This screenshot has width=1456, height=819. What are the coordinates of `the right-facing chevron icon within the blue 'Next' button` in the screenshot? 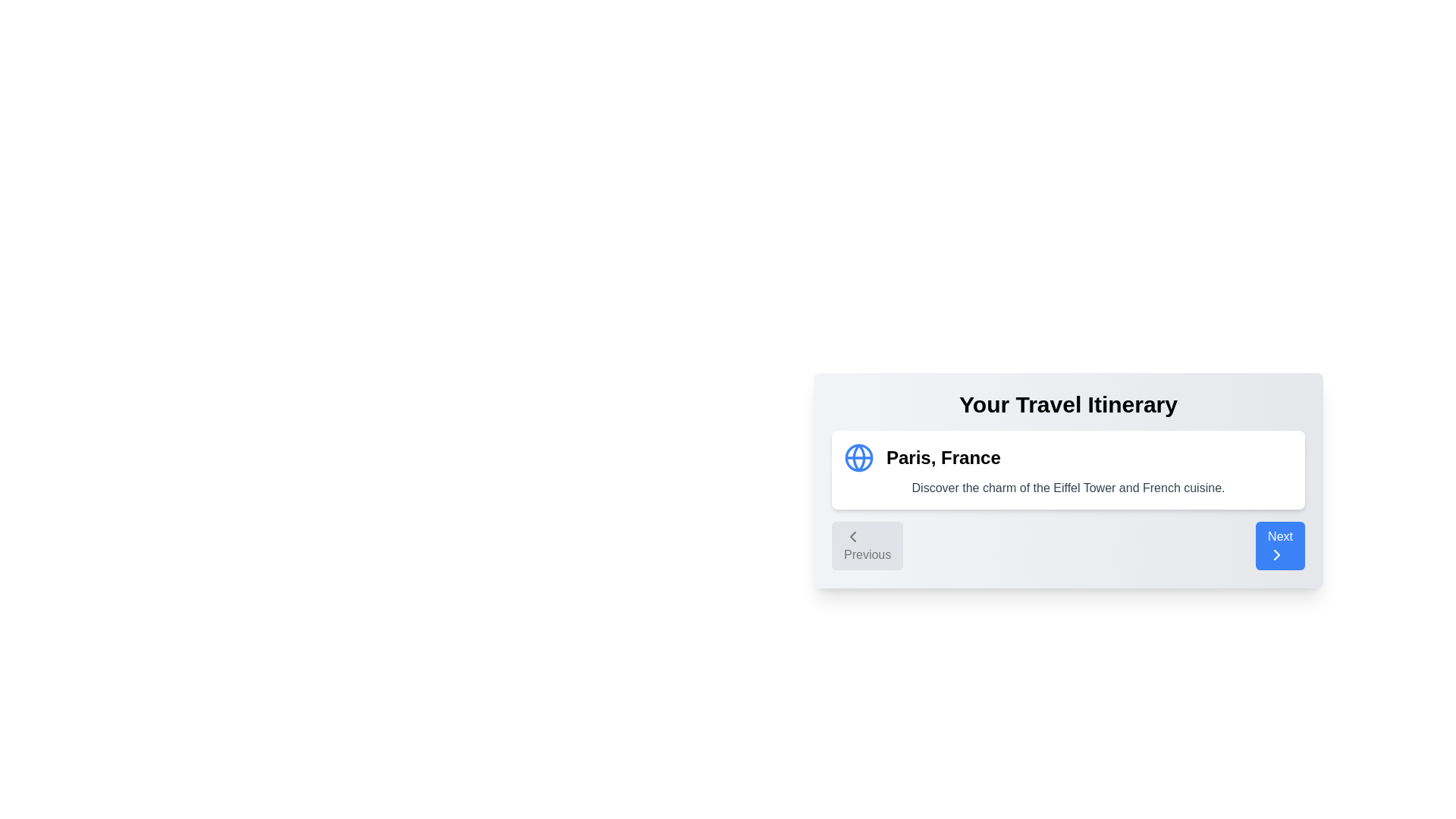 It's located at (1276, 555).